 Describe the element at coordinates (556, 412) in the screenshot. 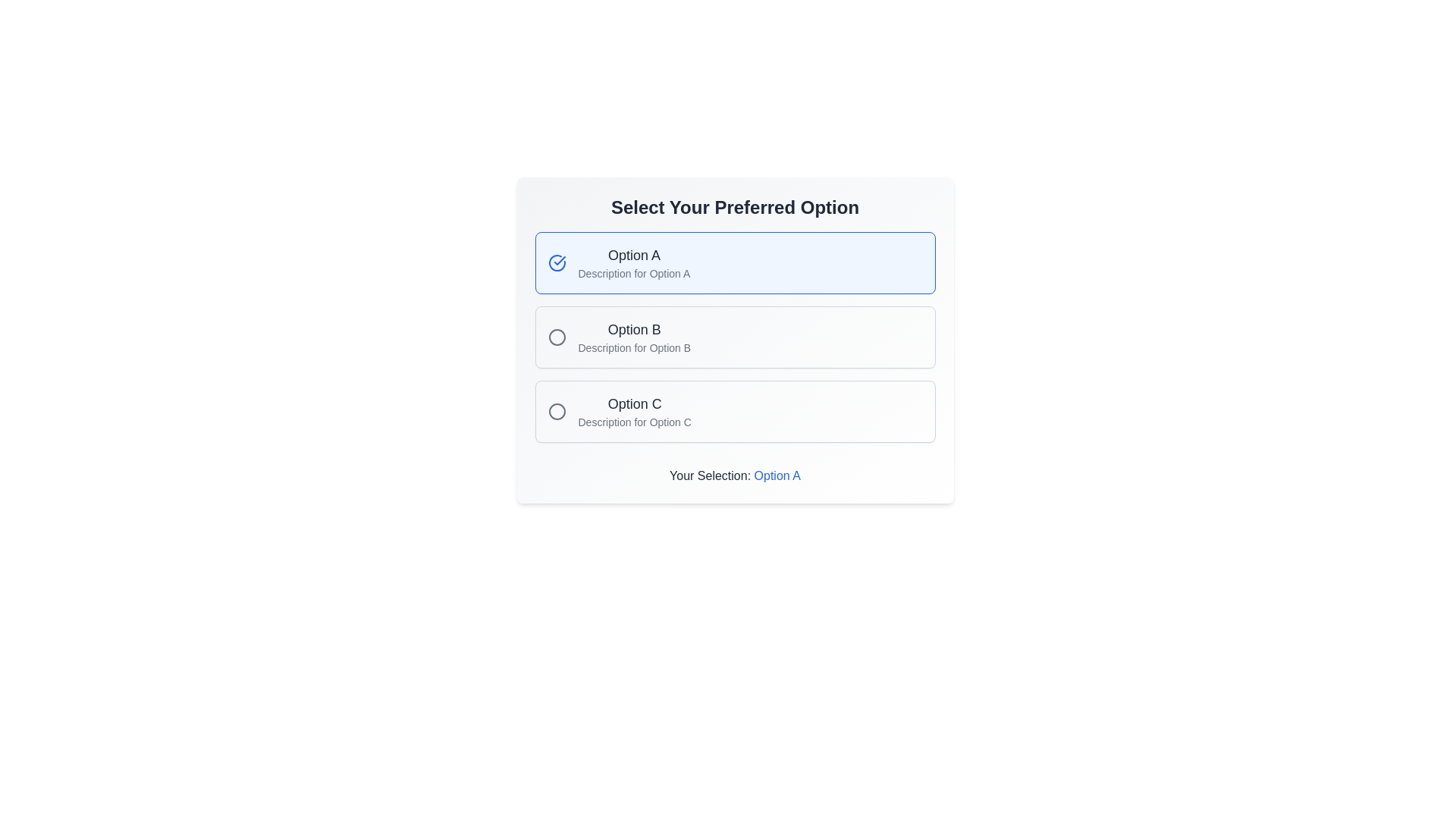

I see `the selectable icon (radio button) representing 'Option C'` at that location.